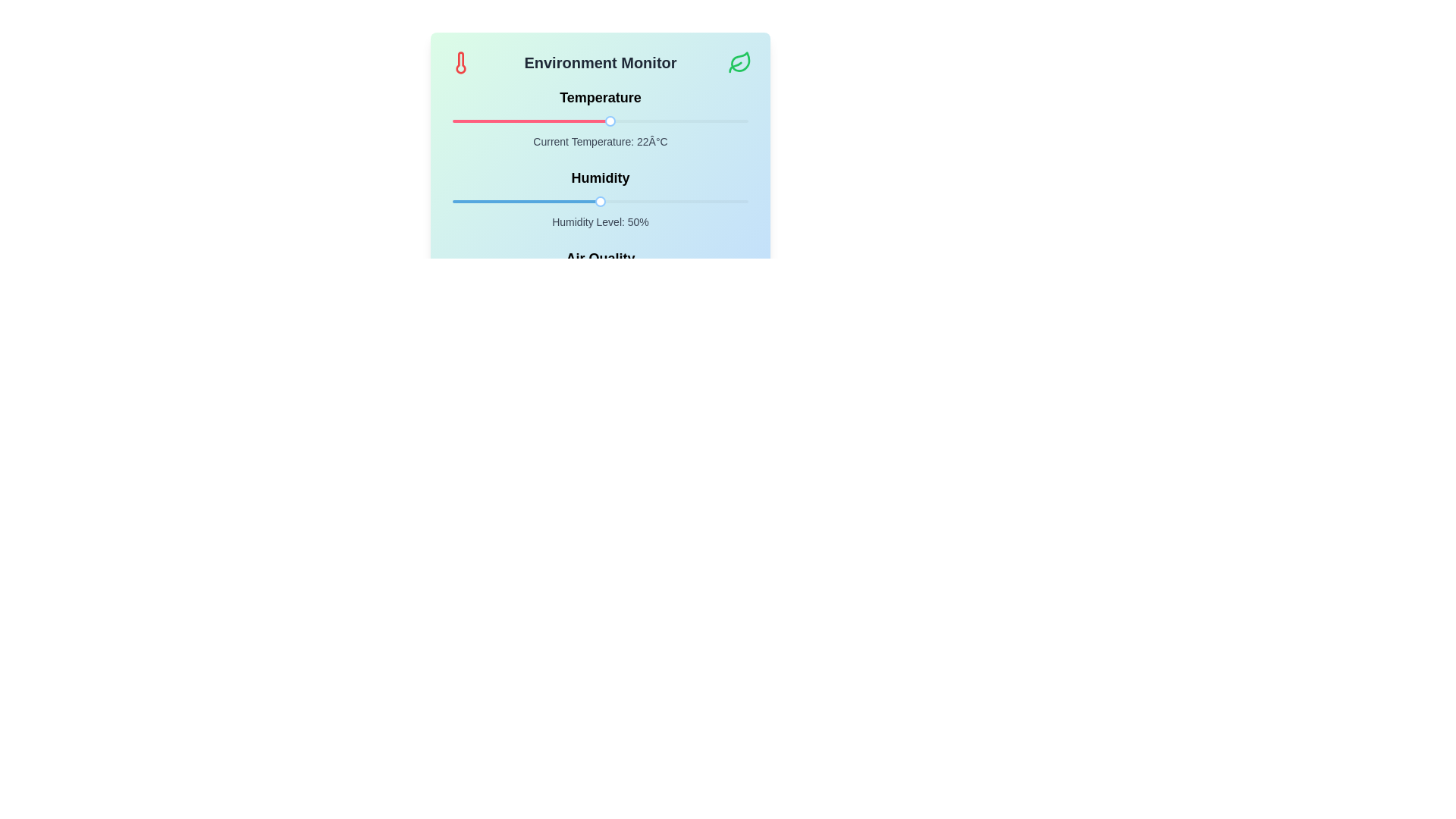 This screenshot has height=819, width=1456. Describe the element at coordinates (555, 120) in the screenshot. I see `the temperature slider` at that location.